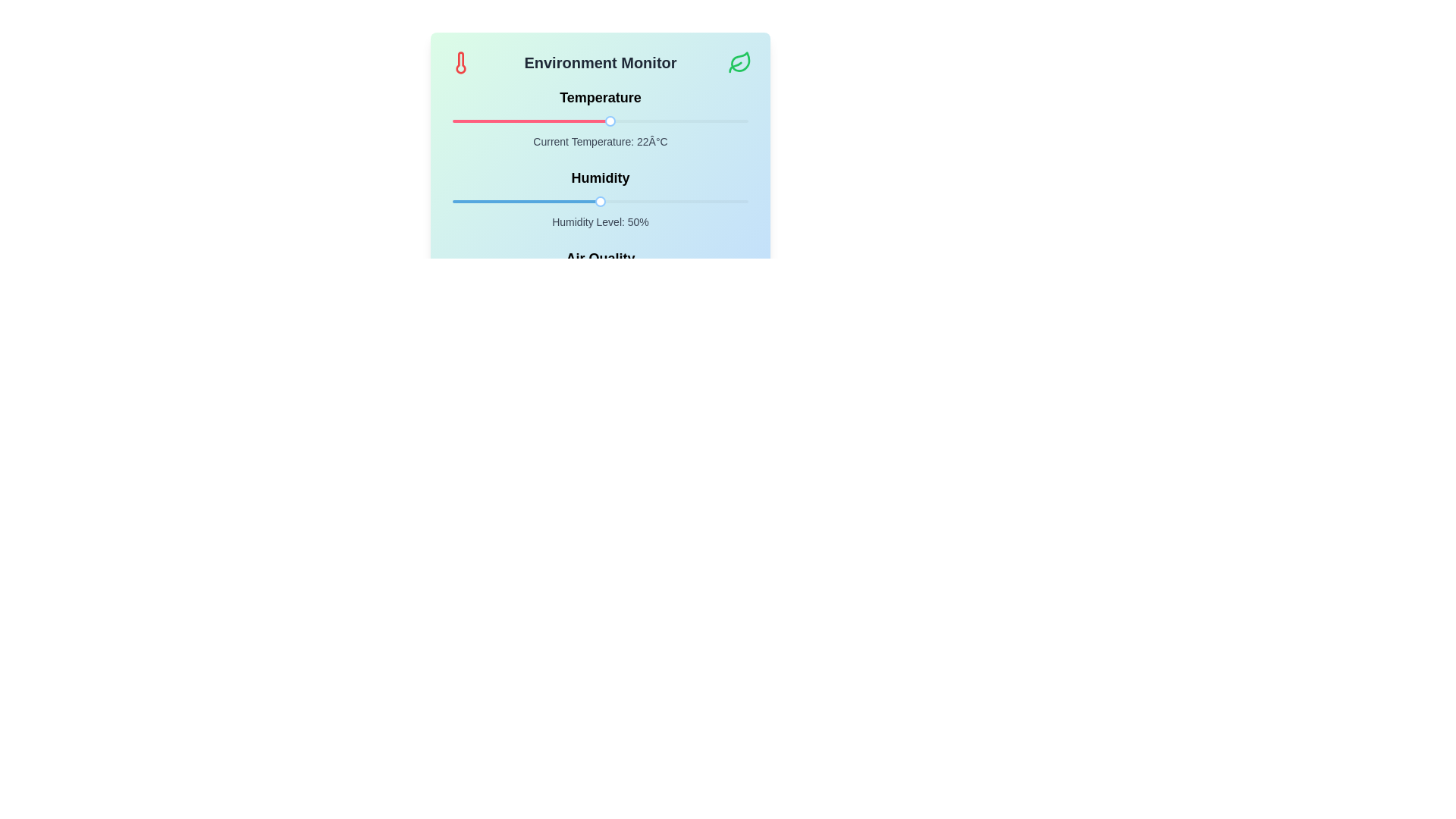 This screenshot has height=819, width=1456. Describe the element at coordinates (555, 120) in the screenshot. I see `the temperature slider` at that location.